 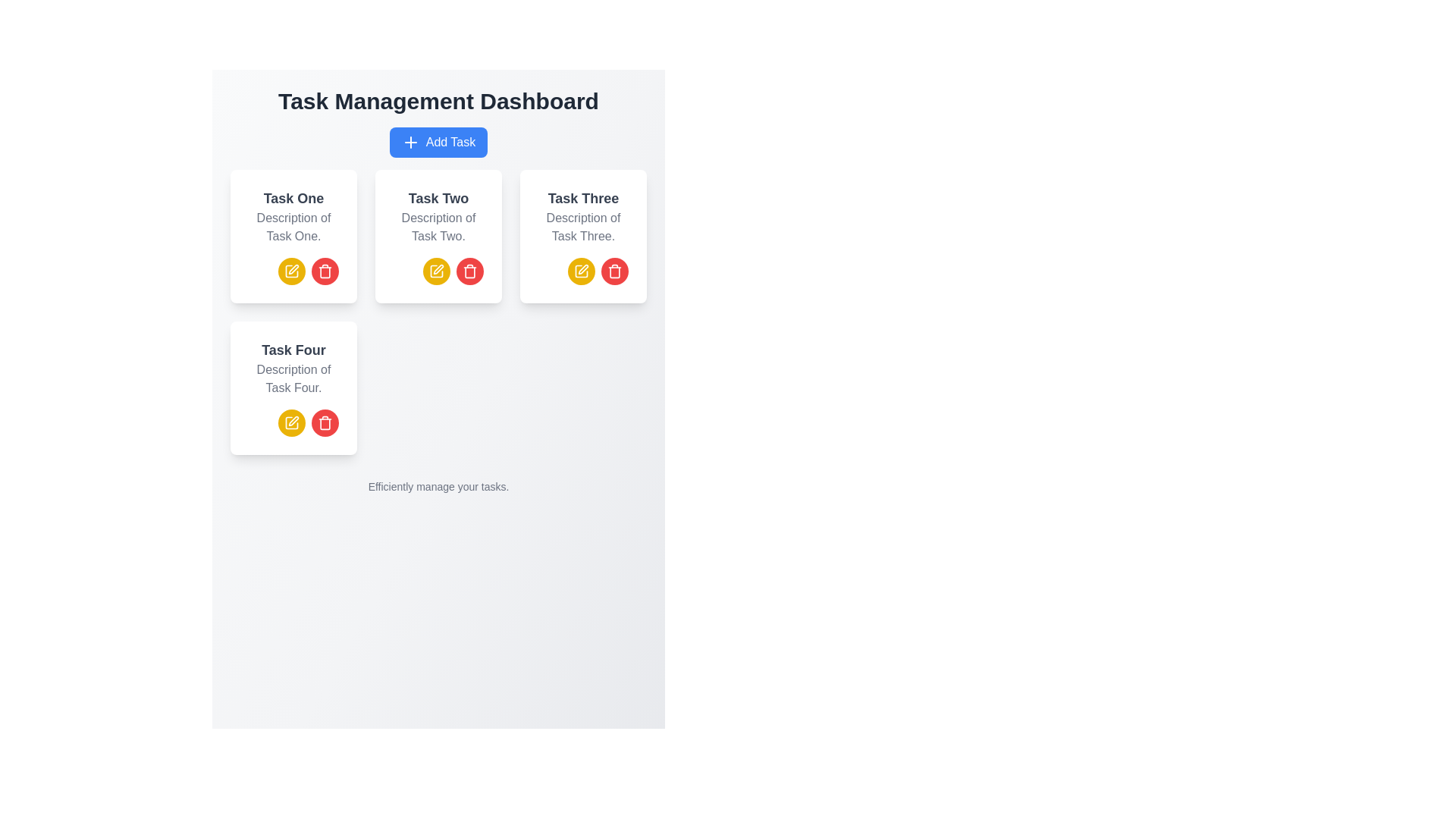 What do you see at coordinates (469, 271) in the screenshot?
I see `the delete icon button located at the bottom right of the 'Task Two' card` at bounding box center [469, 271].